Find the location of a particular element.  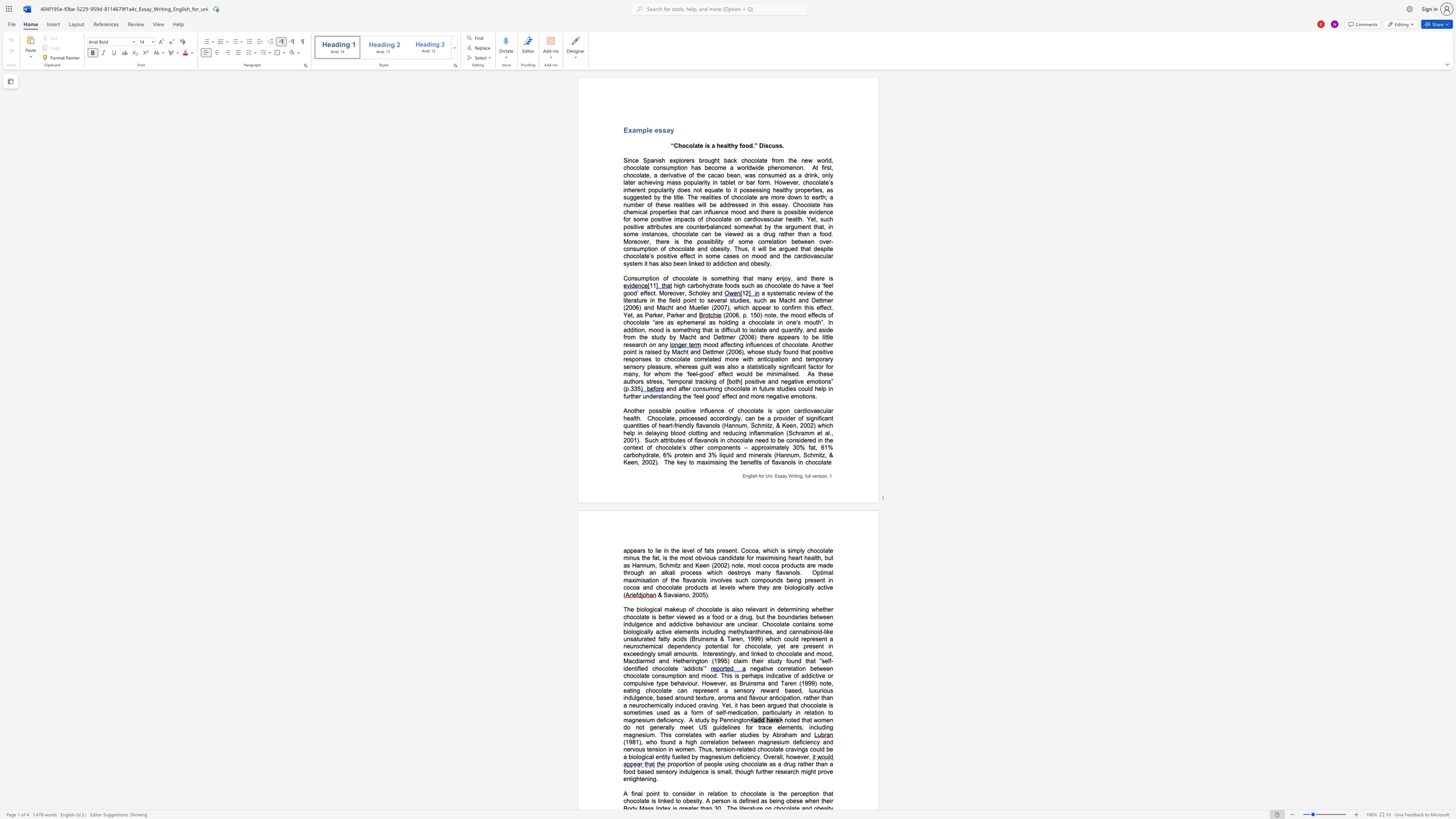

the subset text "7), wh" within the text "a systematic review of the literature in the field point to several studies, such as Macht and Dettmer (2006) and Macht and Mueller (2007), which" is located at coordinates (723, 307).